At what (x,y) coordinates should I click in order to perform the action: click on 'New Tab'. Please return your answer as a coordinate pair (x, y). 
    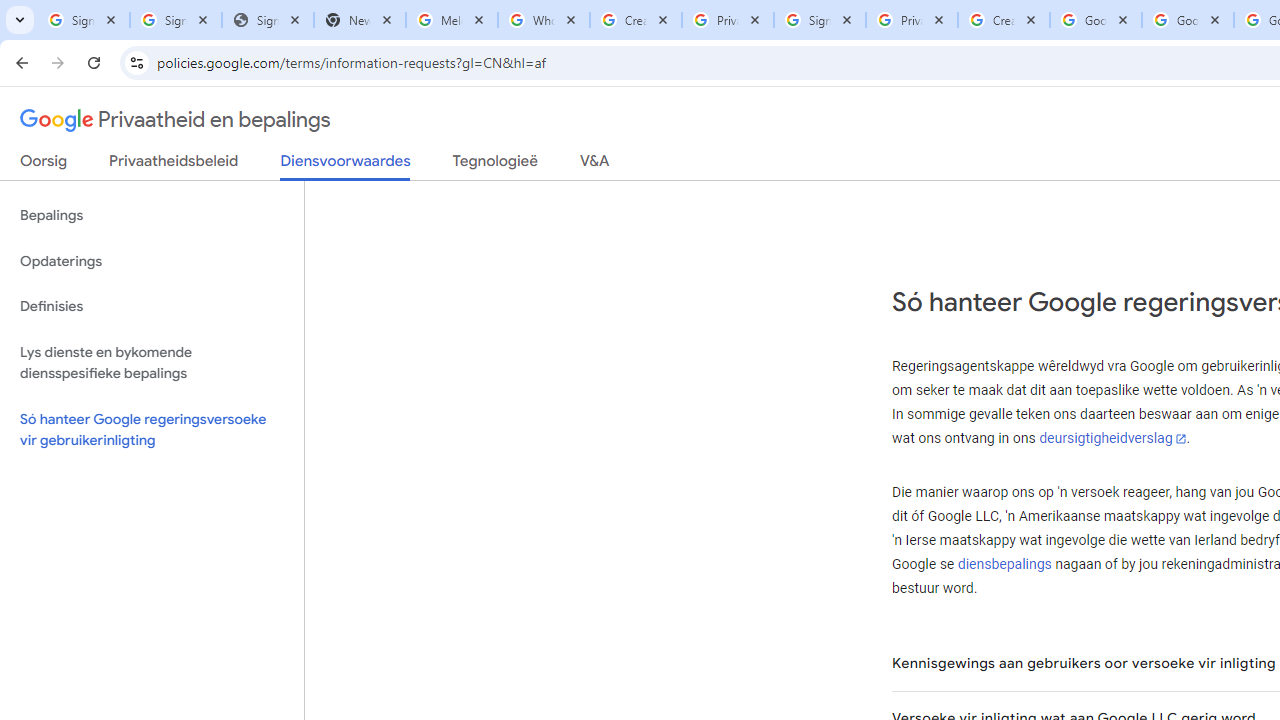
    Looking at the image, I should click on (359, 20).